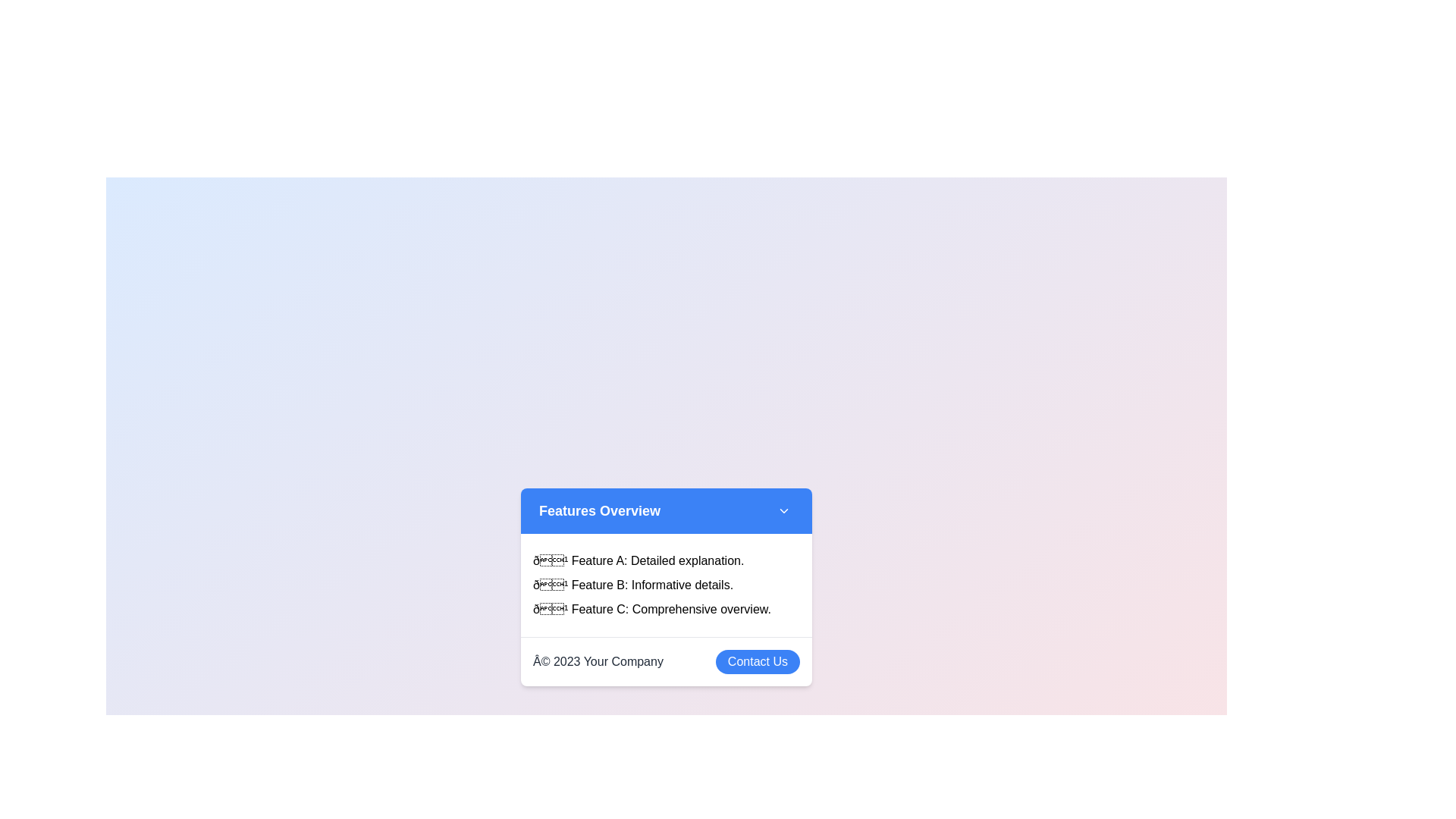 The image size is (1456, 819). What do you see at coordinates (597, 661) in the screenshot?
I see `the copyright notice text label component located at the bottom-left corner of the footer section` at bounding box center [597, 661].